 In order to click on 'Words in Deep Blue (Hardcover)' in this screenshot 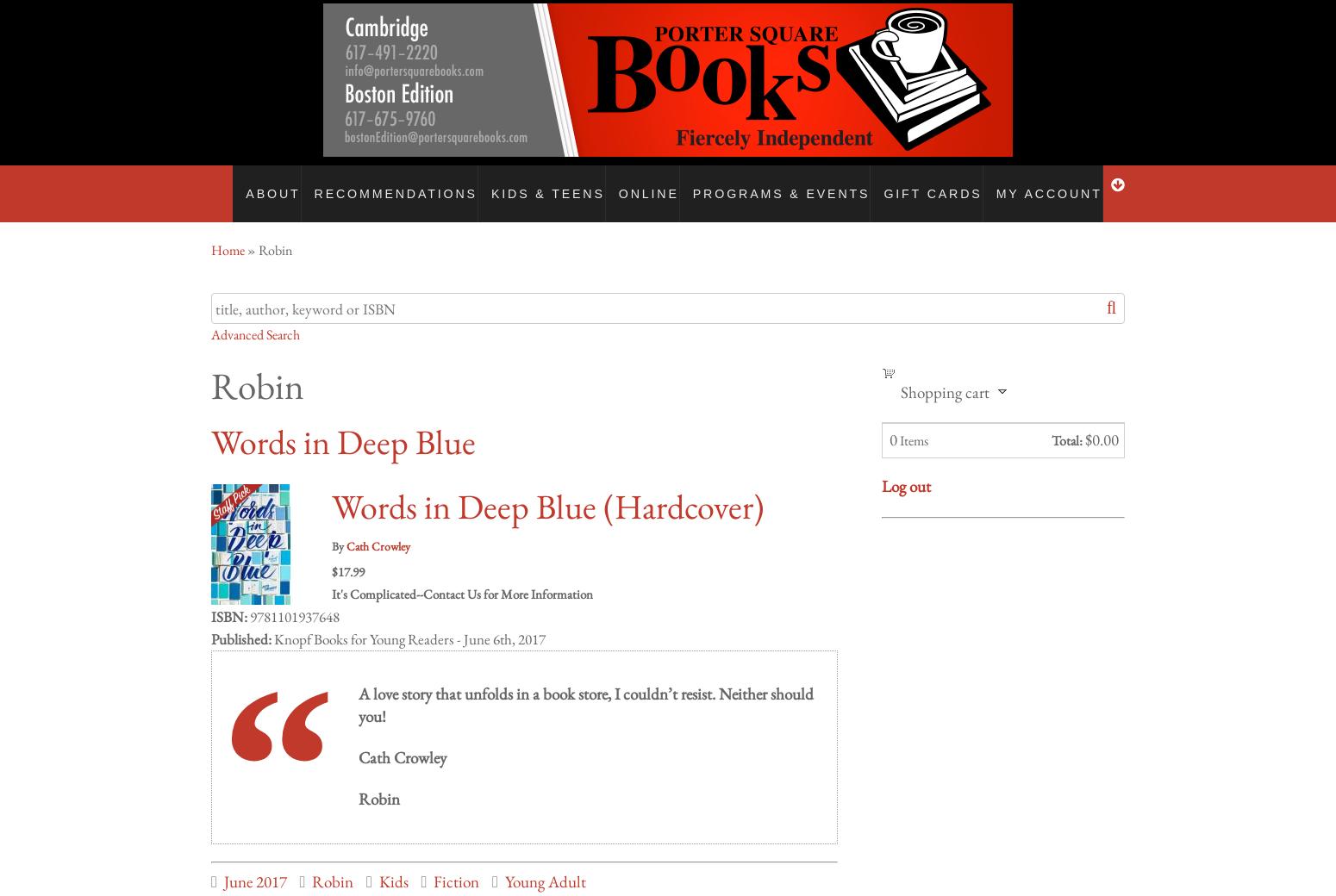, I will do `click(546, 488)`.